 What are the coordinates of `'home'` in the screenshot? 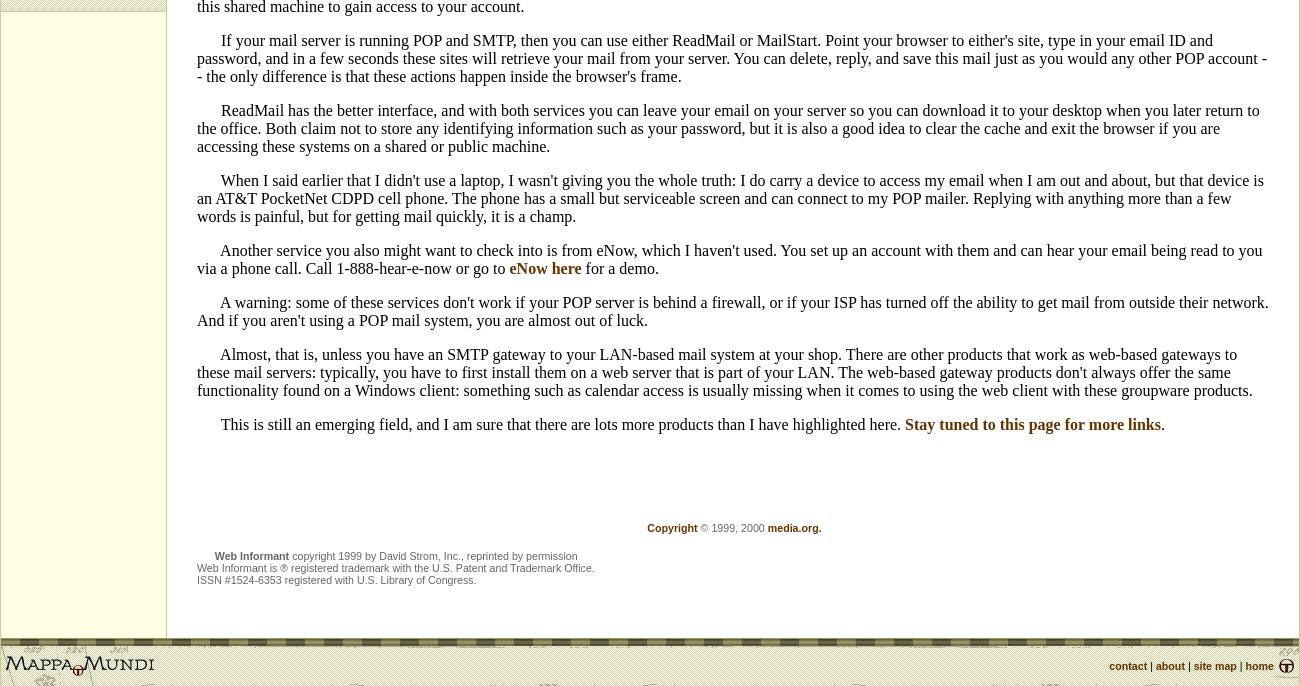 It's located at (1259, 665).